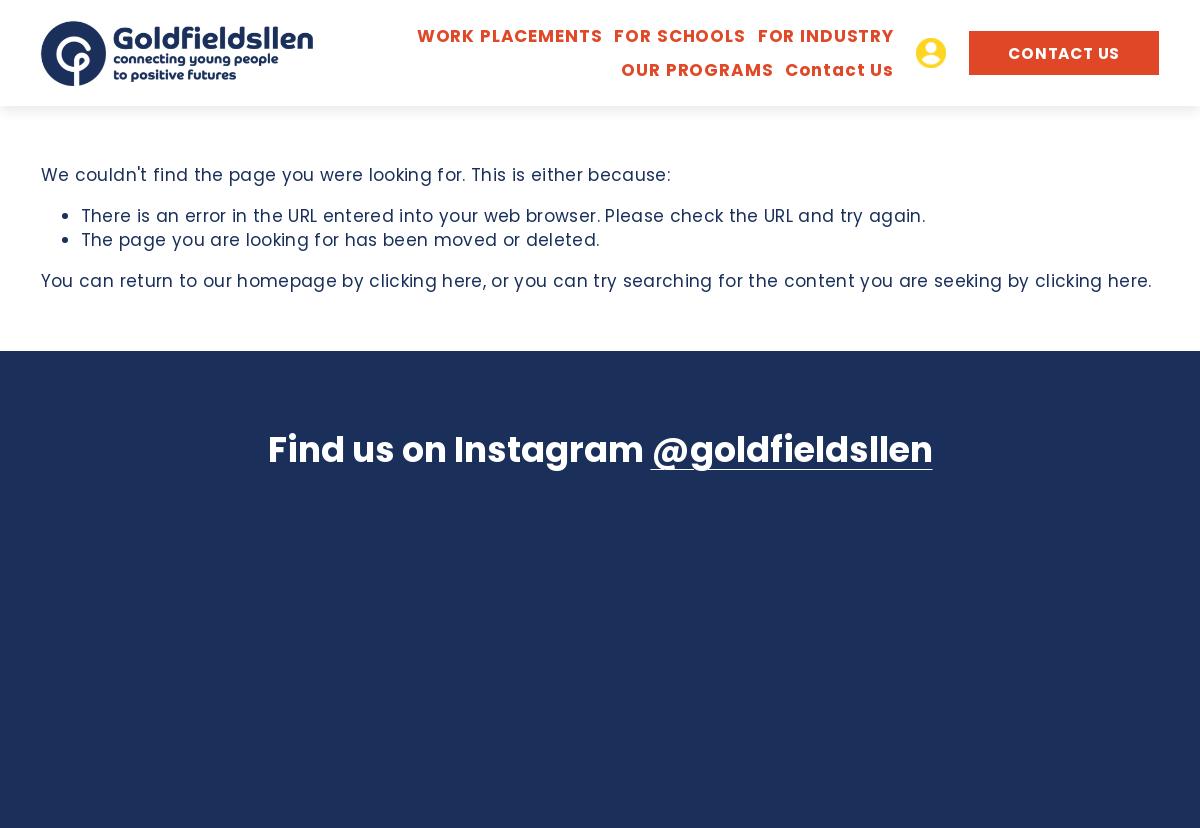 This screenshot has height=828, width=1200. Describe the element at coordinates (834, 116) in the screenshot. I see `'ABOUT US'` at that location.